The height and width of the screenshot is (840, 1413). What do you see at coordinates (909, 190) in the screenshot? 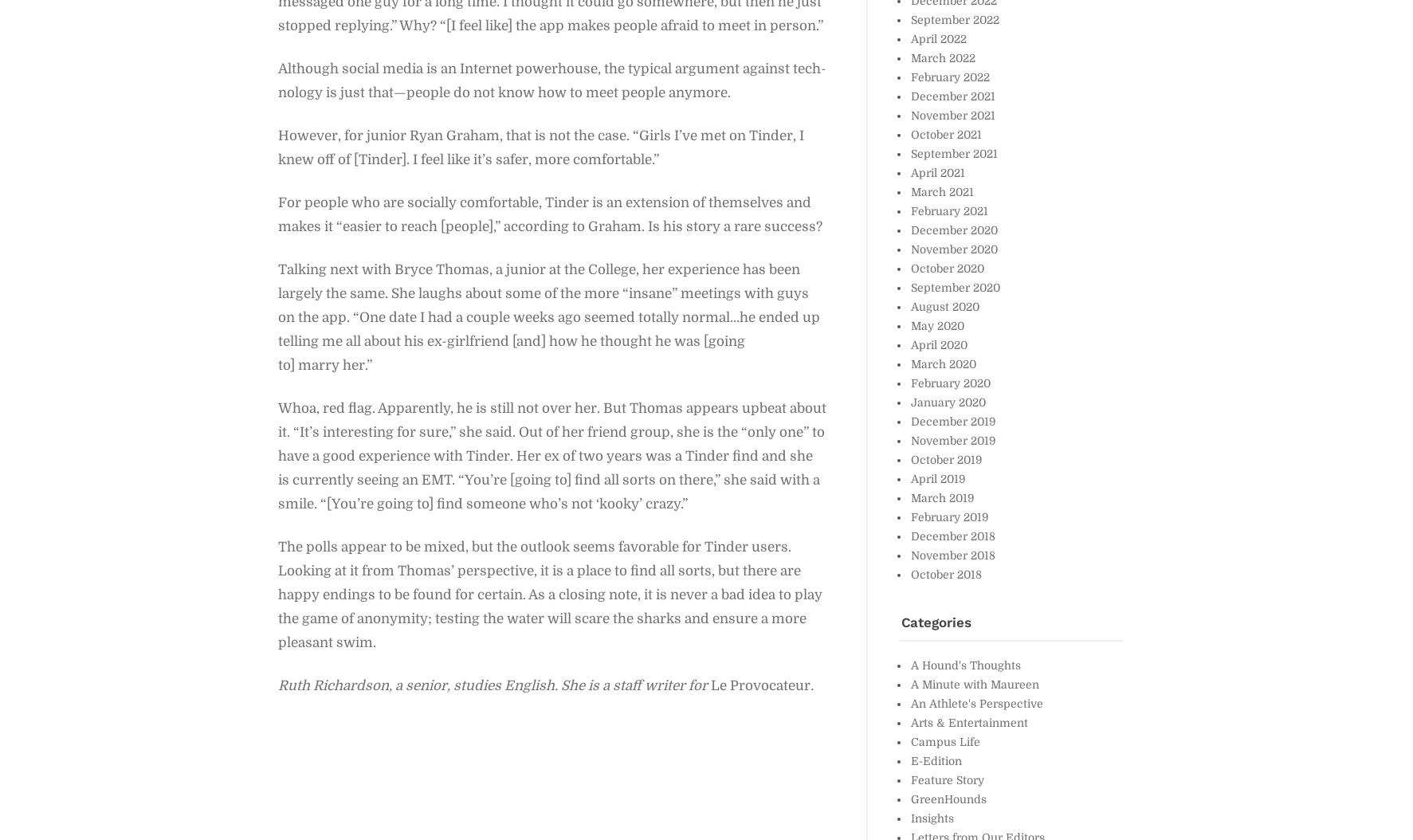
I see `'March 2021'` at bounding box center [909, 190].